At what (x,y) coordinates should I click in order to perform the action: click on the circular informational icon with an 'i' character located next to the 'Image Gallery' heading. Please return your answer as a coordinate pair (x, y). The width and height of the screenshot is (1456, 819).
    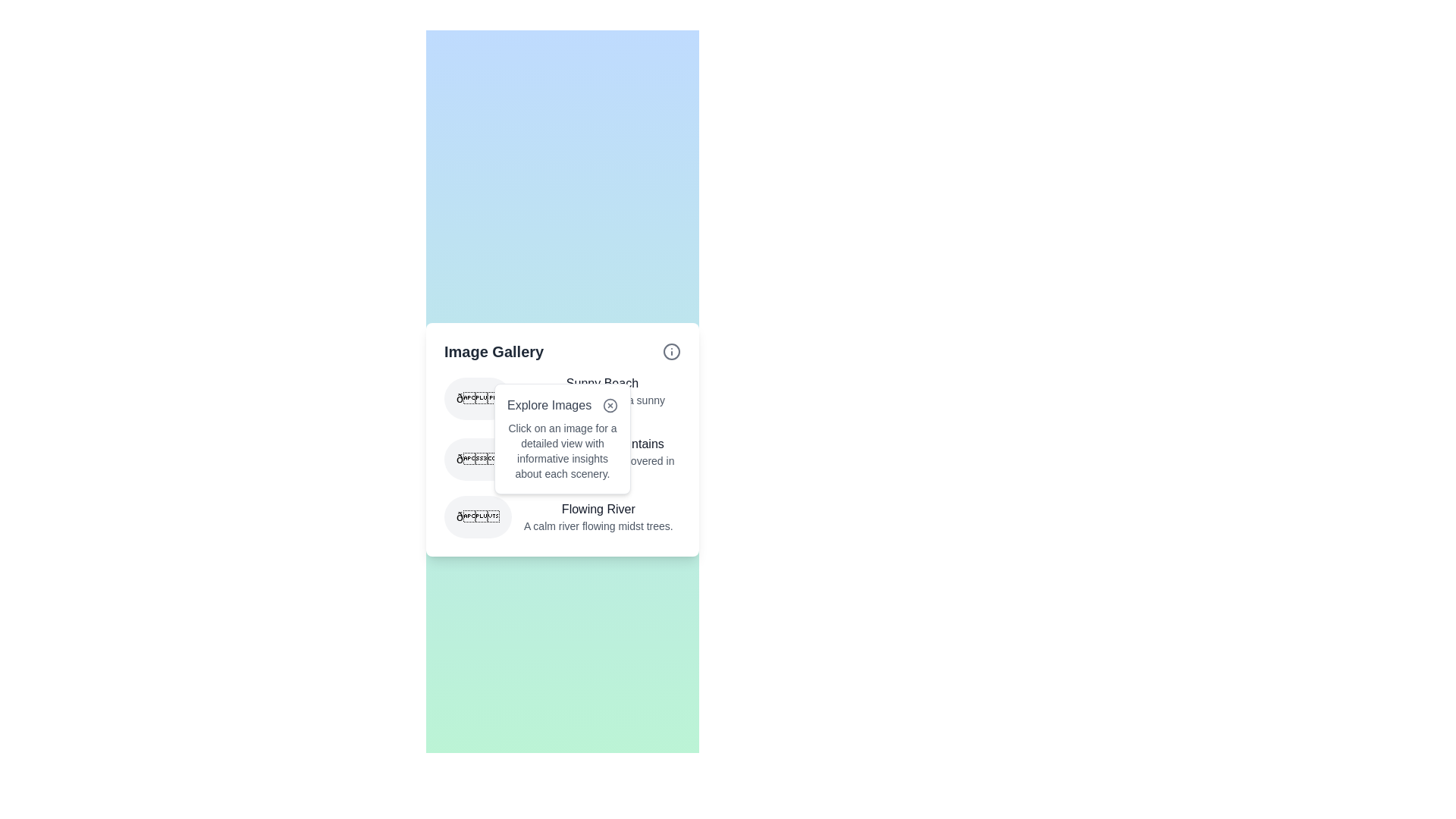
    Looking at the image, I should click on (671, 351).